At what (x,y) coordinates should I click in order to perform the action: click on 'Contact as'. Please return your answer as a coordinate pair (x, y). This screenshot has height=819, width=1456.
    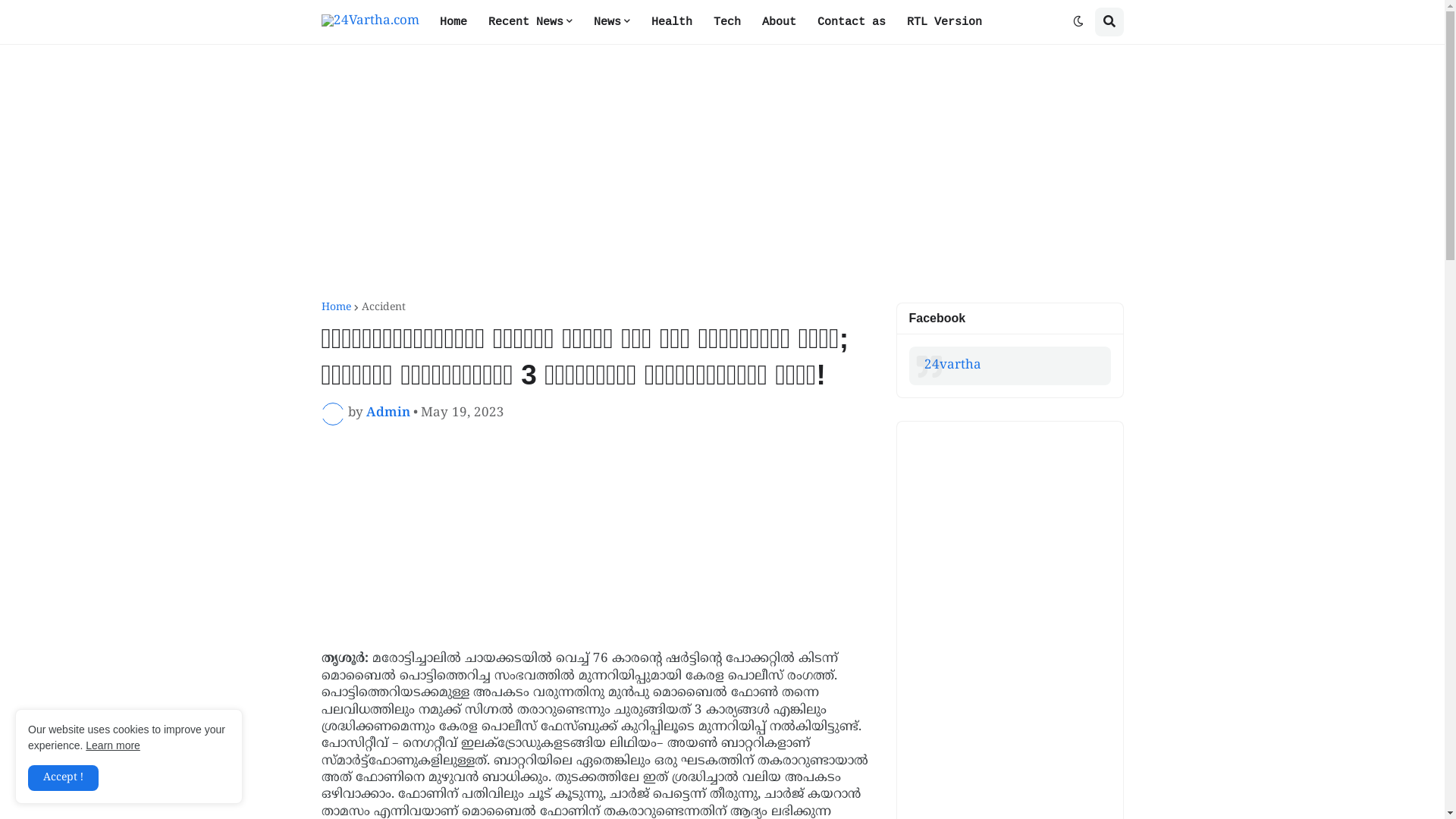
    Looking at the image, I should click on (852, 22).